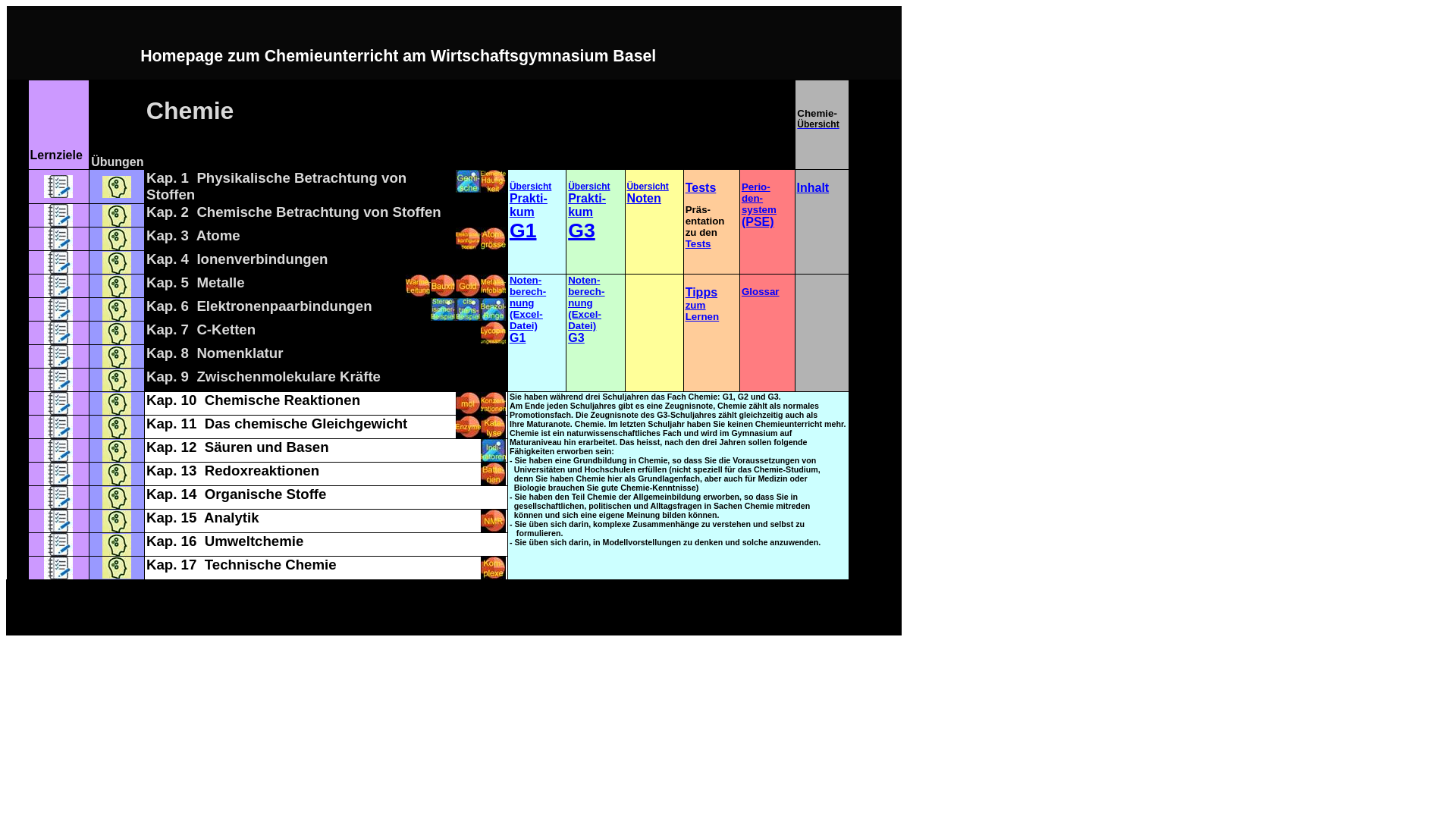 The width and height of the screenshot is (1456, 819). Describe the element at coordinates (761, 291) in the screenshot. I see `'Glossar'` at that location.